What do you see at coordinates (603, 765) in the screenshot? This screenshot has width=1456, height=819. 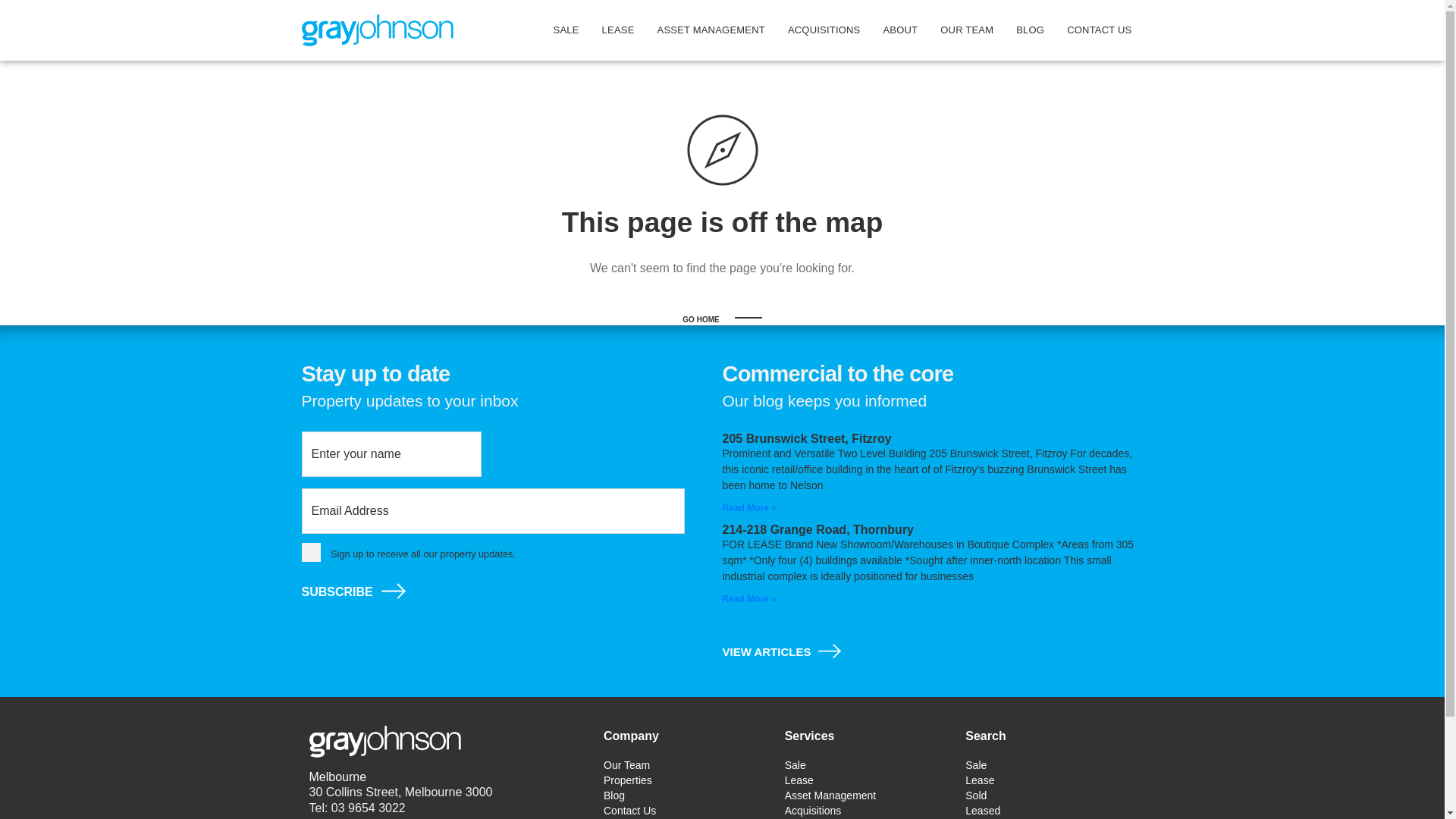 I see `'Our Team'` at bounding box center [603, 765].